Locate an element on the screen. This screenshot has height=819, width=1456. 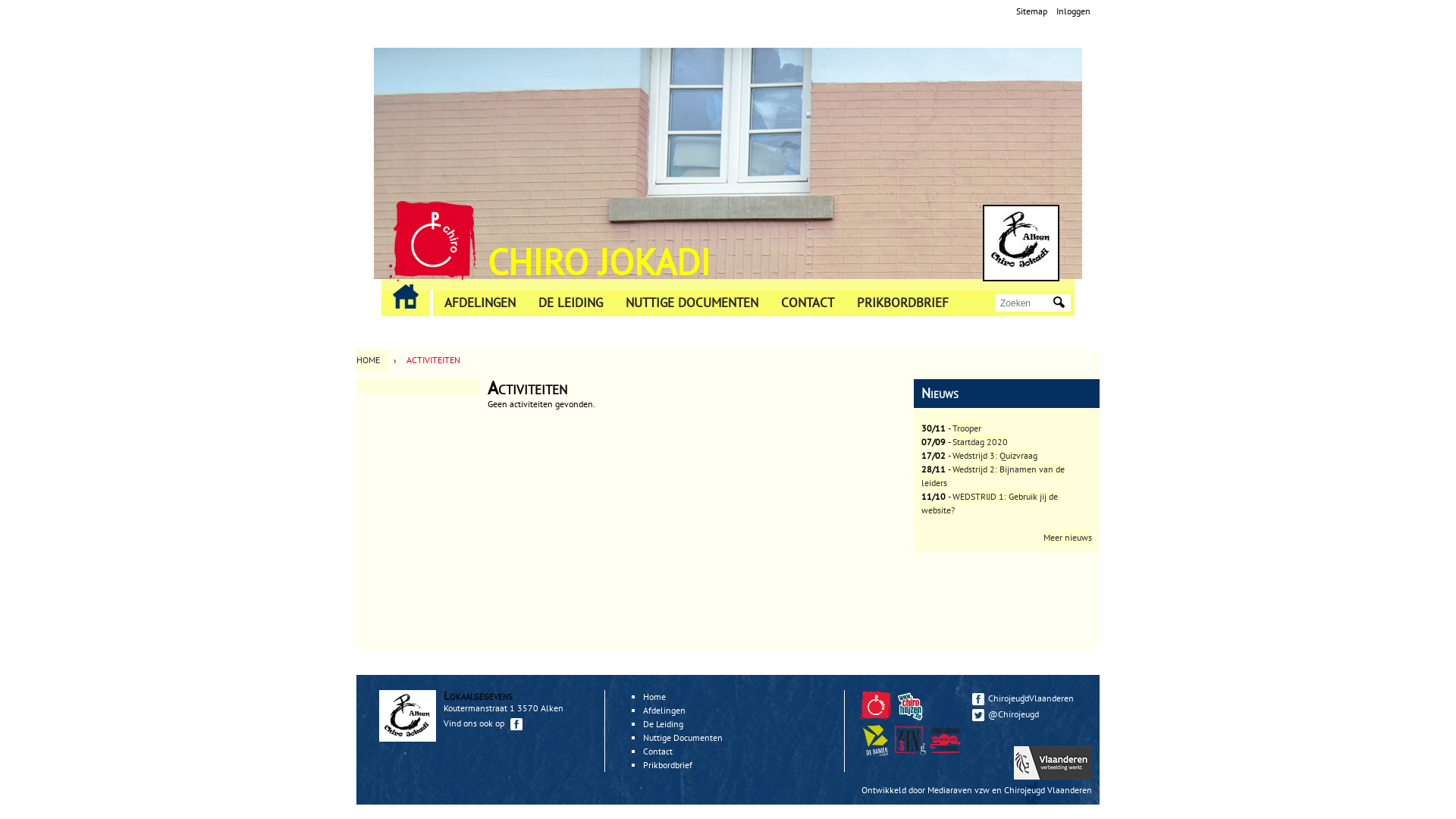
'Chirojeugd Vlaanderen' is located at coordinates (875, 705).